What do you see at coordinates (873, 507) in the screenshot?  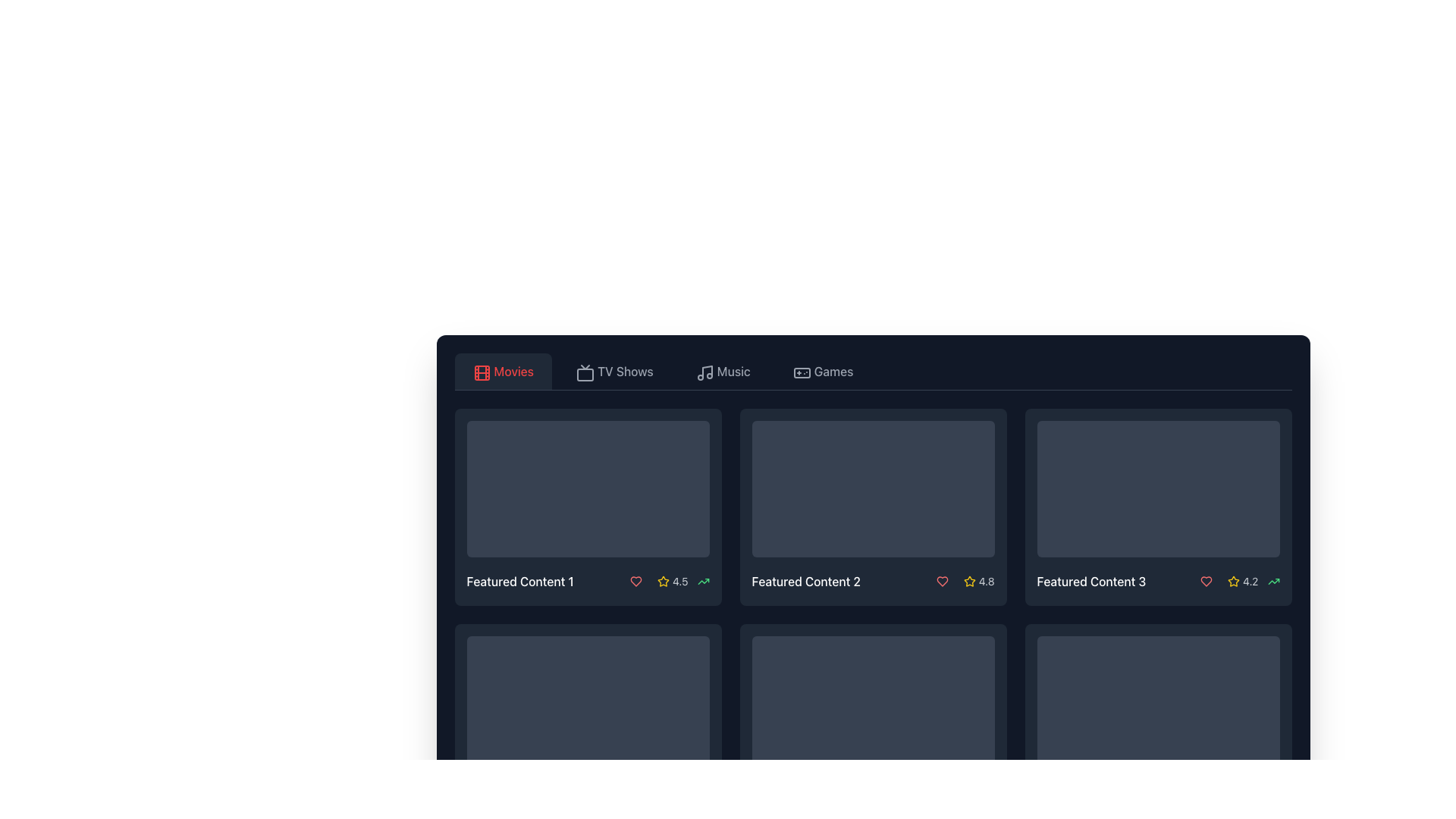 I see `the Content Card located in the second position of the first row of the grid layout` at bounding box center [873, 507].